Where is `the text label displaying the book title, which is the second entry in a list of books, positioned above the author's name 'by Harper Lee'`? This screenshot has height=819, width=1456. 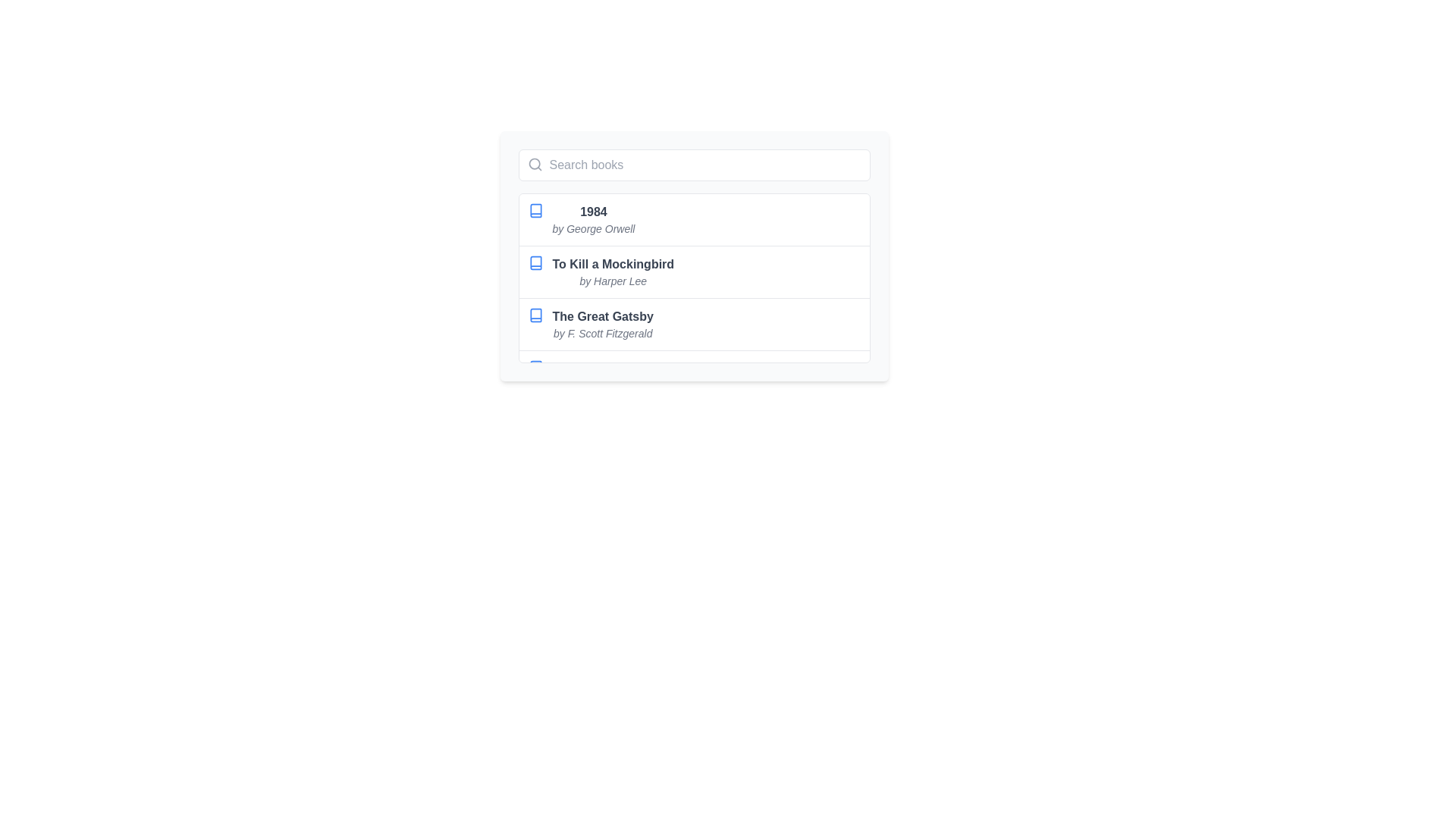
the text label displaying the book title, which is the second entry in a list of books, positioned above the author's name 'by Harper Lee' is located at coordinates (613, 263).